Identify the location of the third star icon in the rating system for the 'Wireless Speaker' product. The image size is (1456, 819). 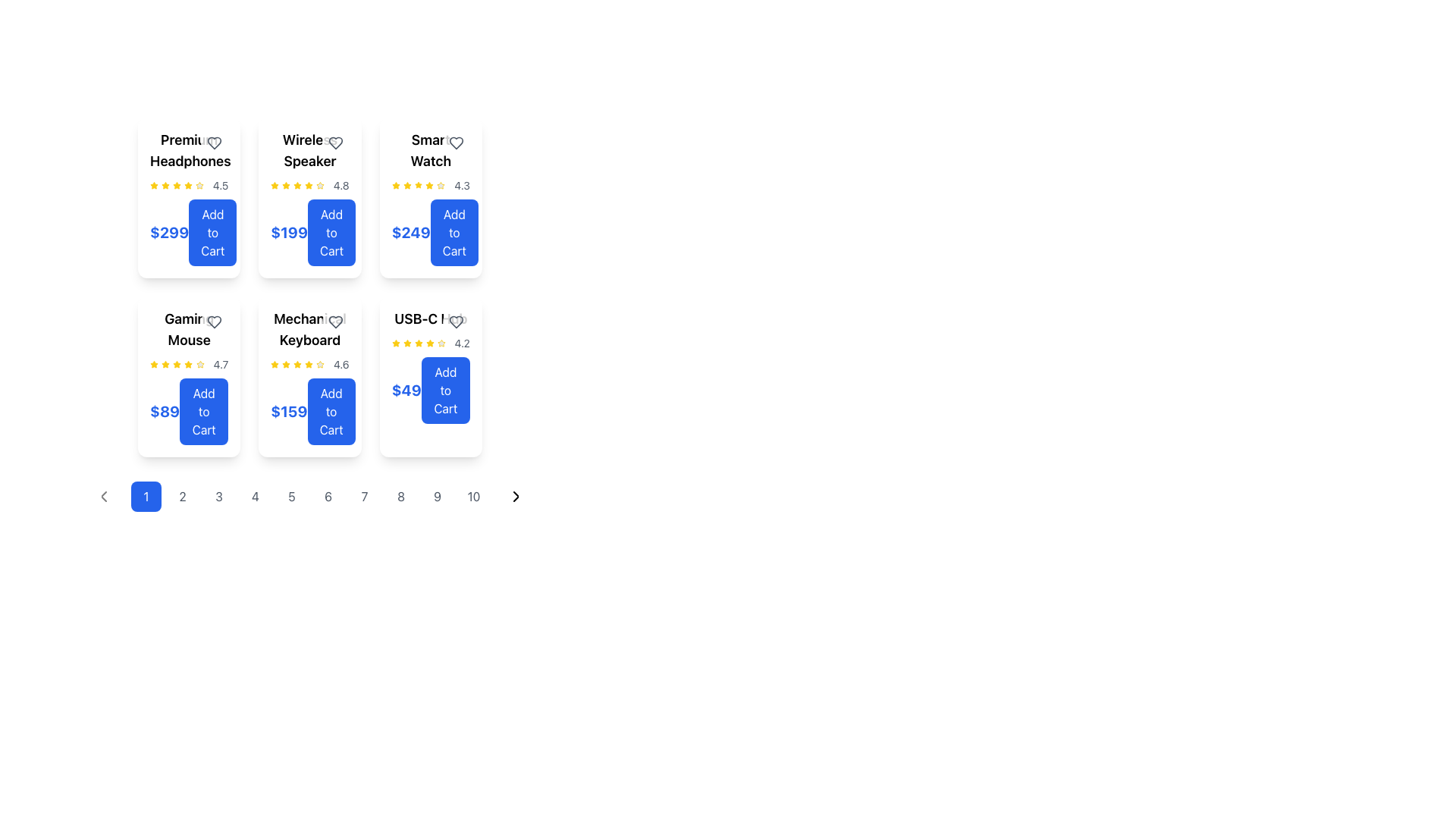
(275, 184).